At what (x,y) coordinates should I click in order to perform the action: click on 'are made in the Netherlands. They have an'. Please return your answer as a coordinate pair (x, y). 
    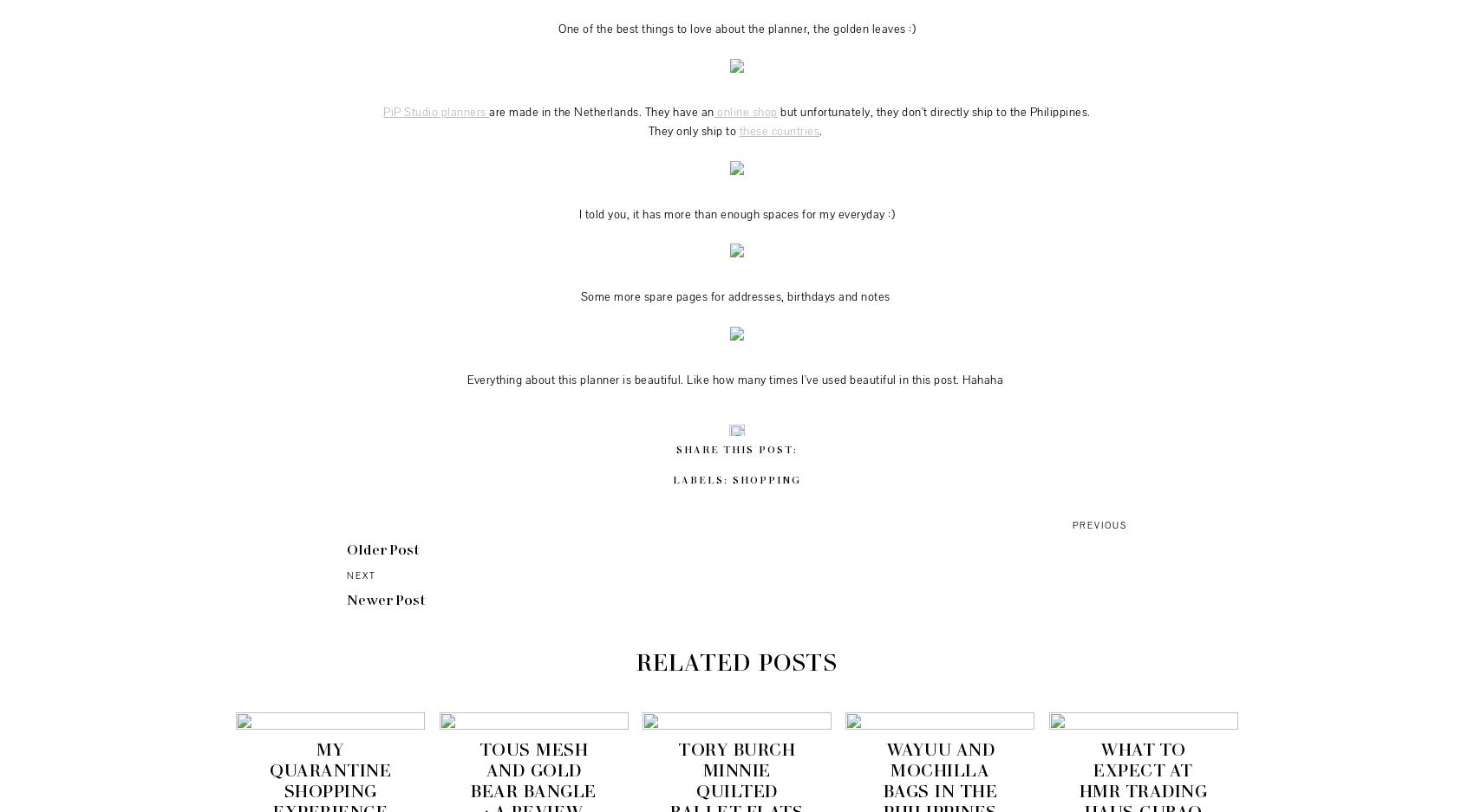
    Looking at the image, I should click on (601, 112).